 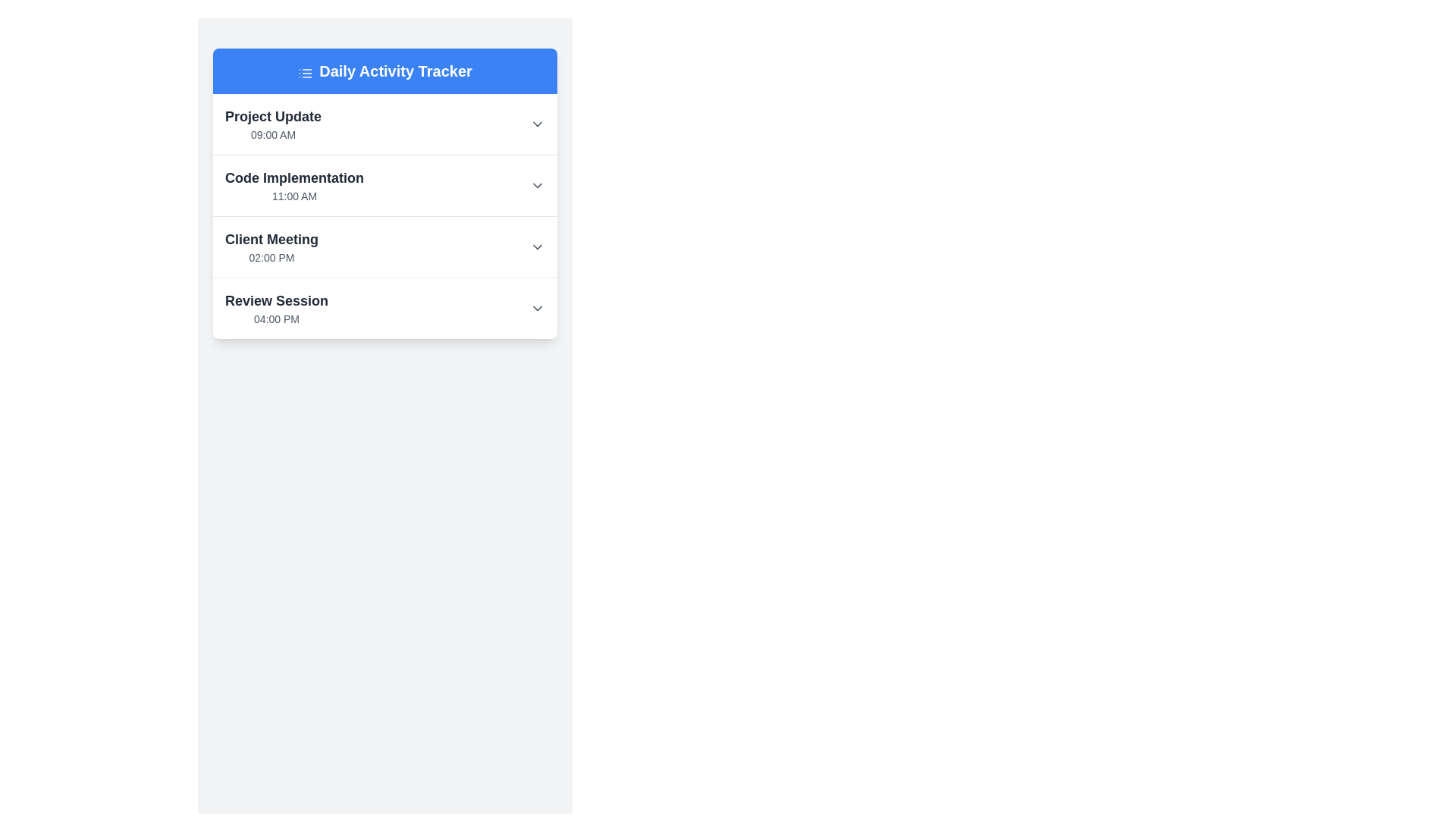 I want to click on the bold, large-sized text label displaying 'Project Update' located at the top of a white rectangular section, which contrasts with the smaller text '09:00 AM' below it, so click(x=273, y=116).